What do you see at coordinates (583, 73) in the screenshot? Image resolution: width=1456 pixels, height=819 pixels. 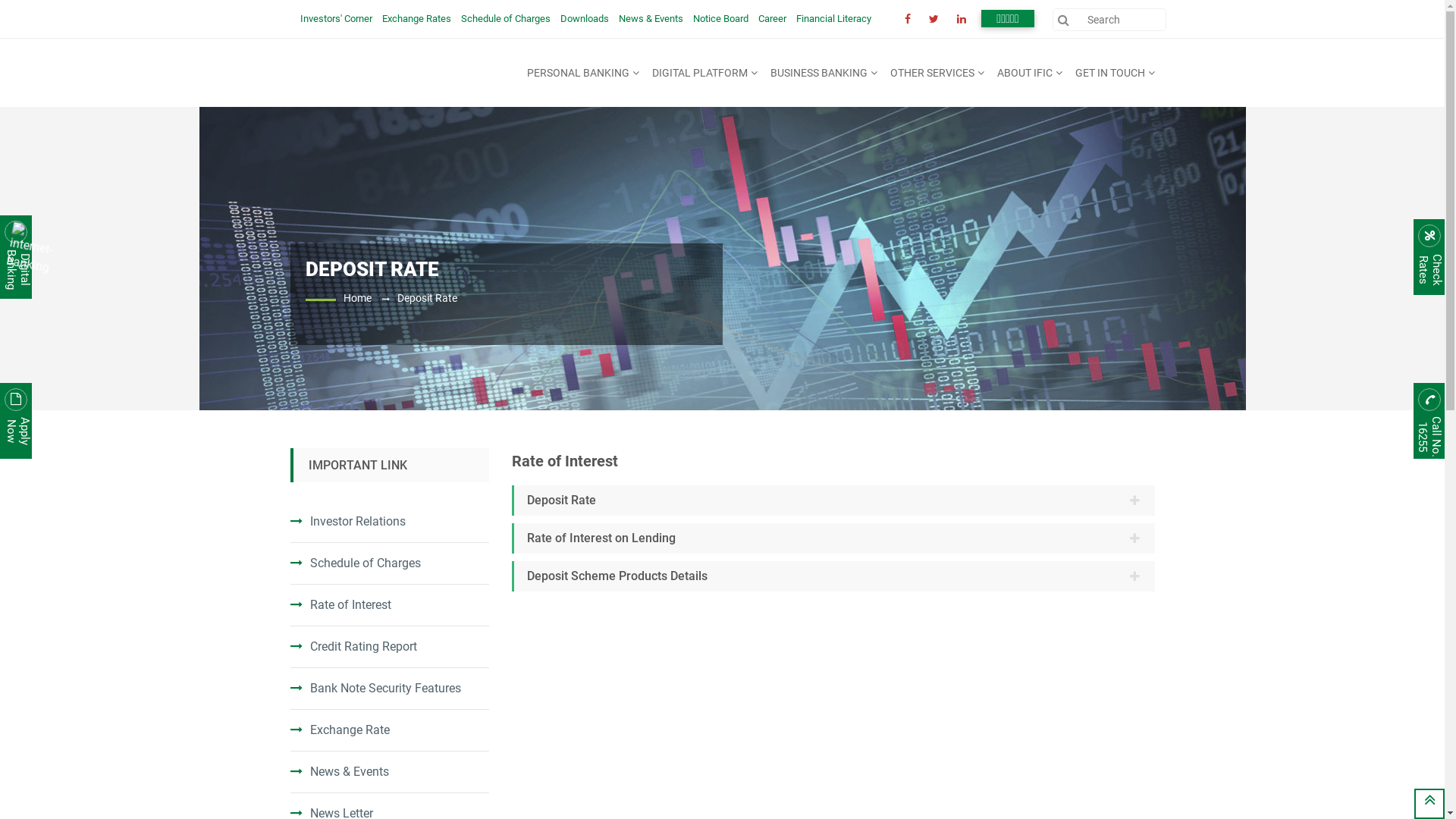 I see `'PERSONAL BANKING'` at bounding box center [583, 73].